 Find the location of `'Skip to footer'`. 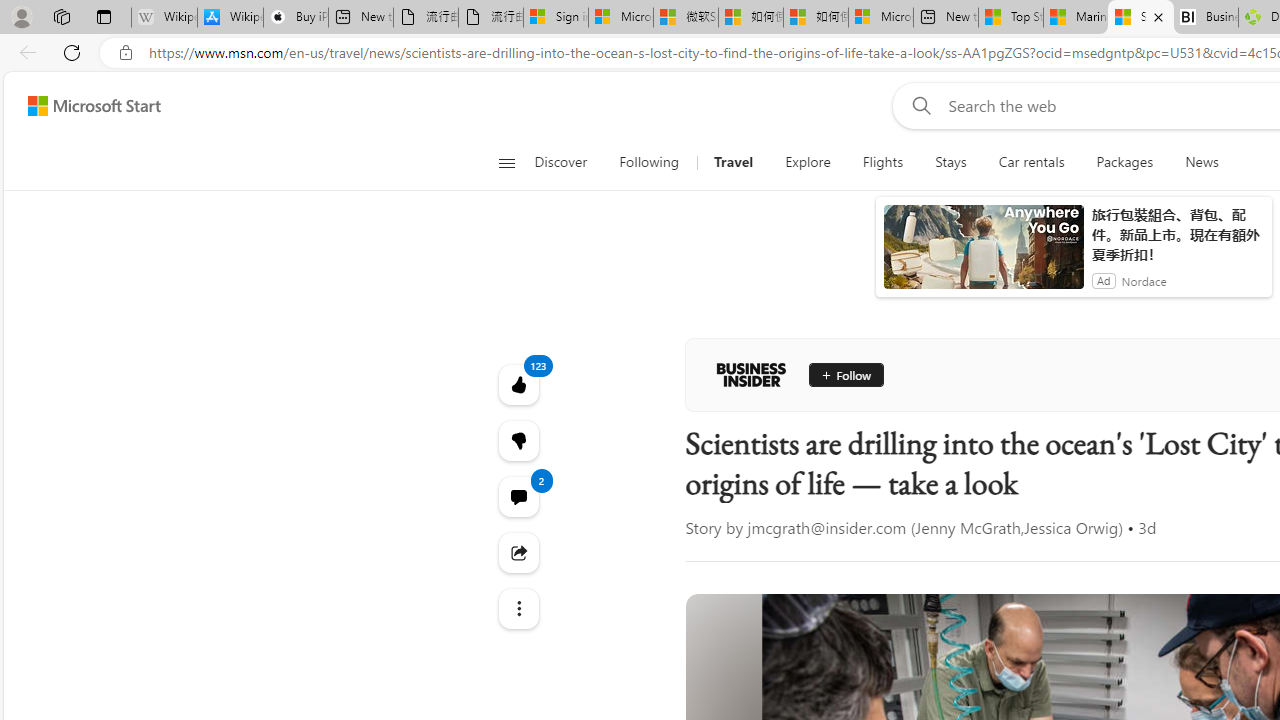

'Skip to footer' is located at coordinates (81, 105).